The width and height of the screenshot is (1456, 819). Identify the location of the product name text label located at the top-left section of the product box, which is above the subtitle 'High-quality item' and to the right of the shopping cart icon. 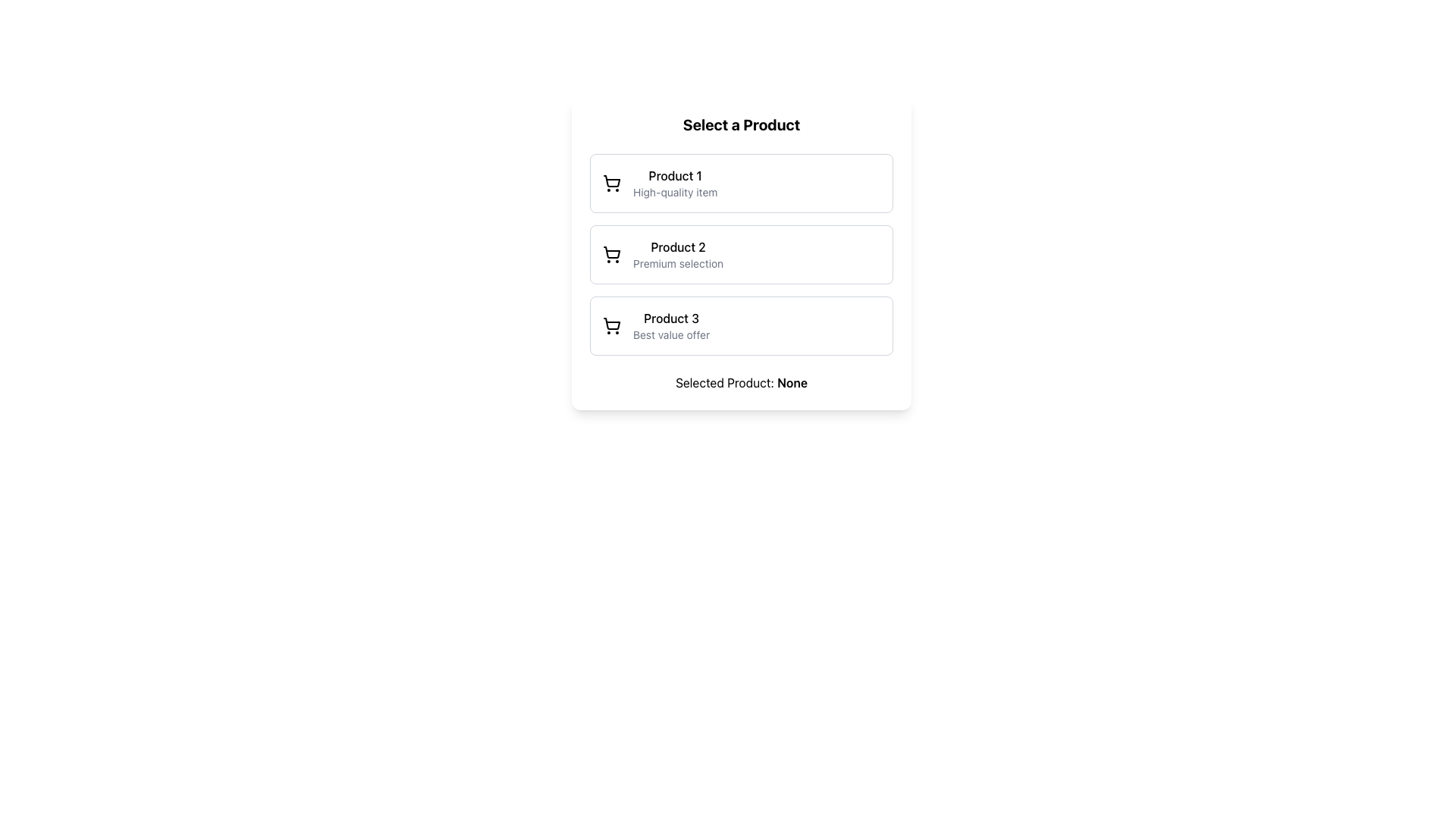
(674, 174).